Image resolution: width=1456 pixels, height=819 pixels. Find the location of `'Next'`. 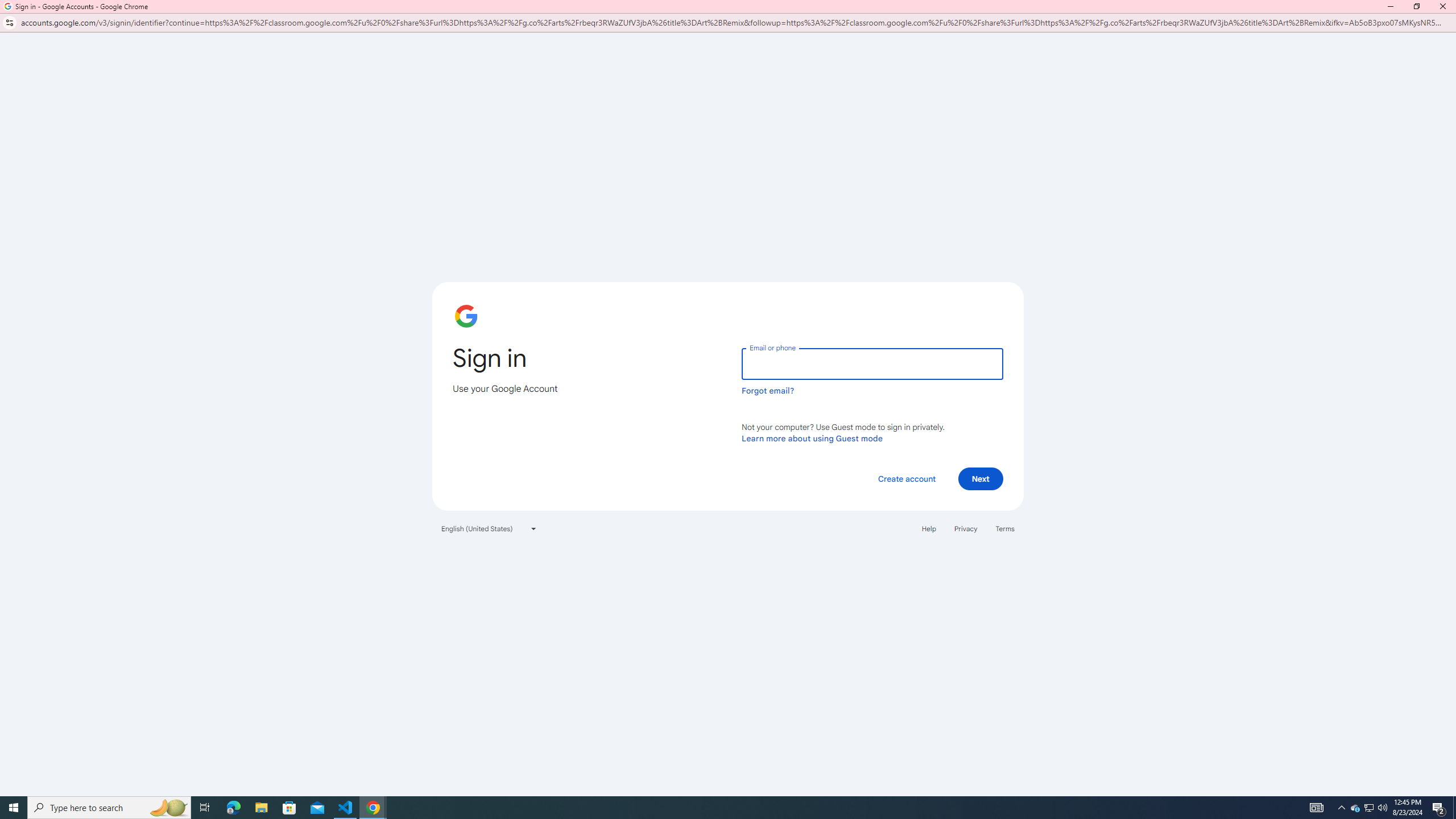

'Next' is located at coordinates (981, 479).